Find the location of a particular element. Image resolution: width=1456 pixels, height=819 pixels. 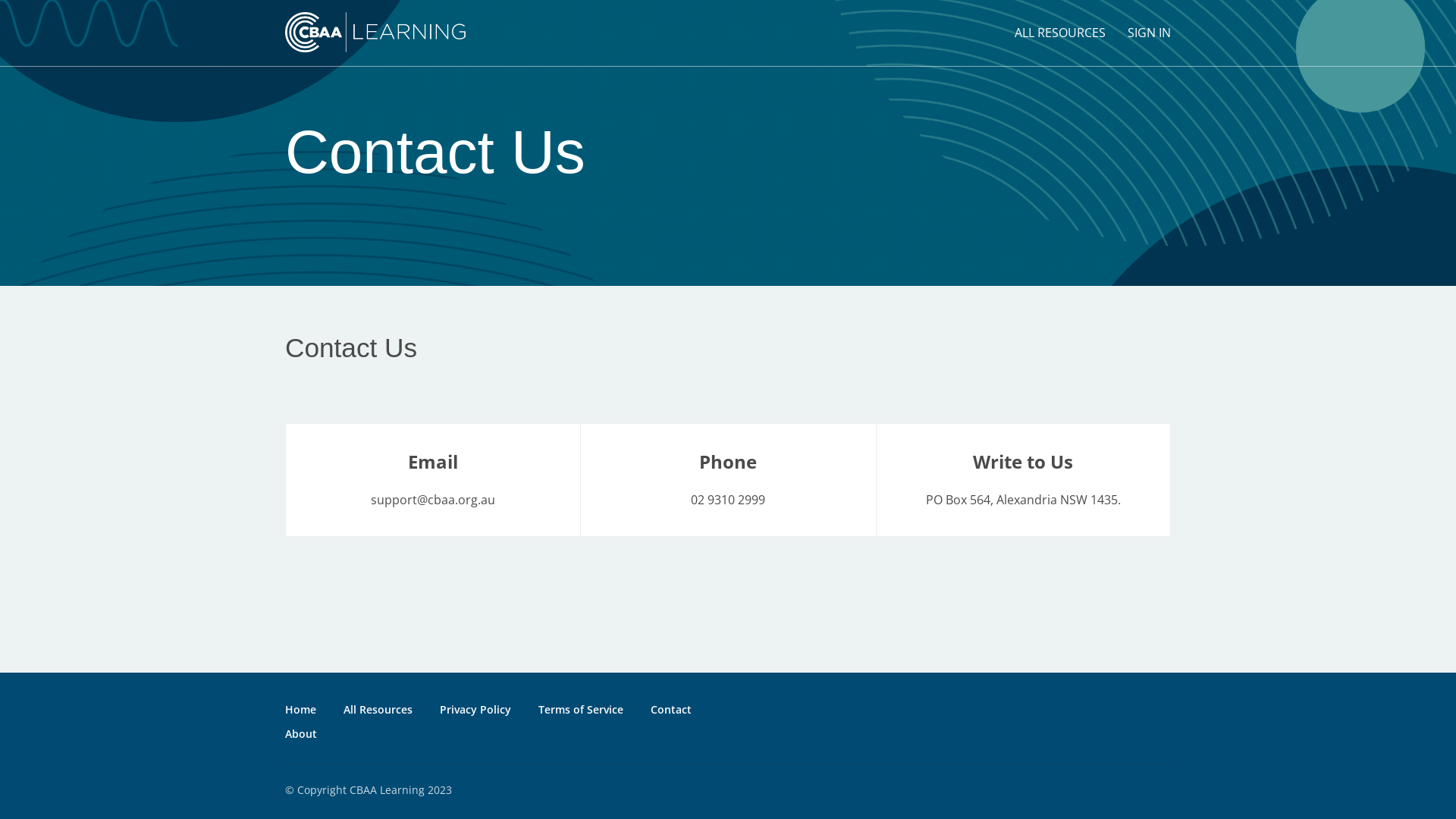

'About' is located at coordinates (301, 733).